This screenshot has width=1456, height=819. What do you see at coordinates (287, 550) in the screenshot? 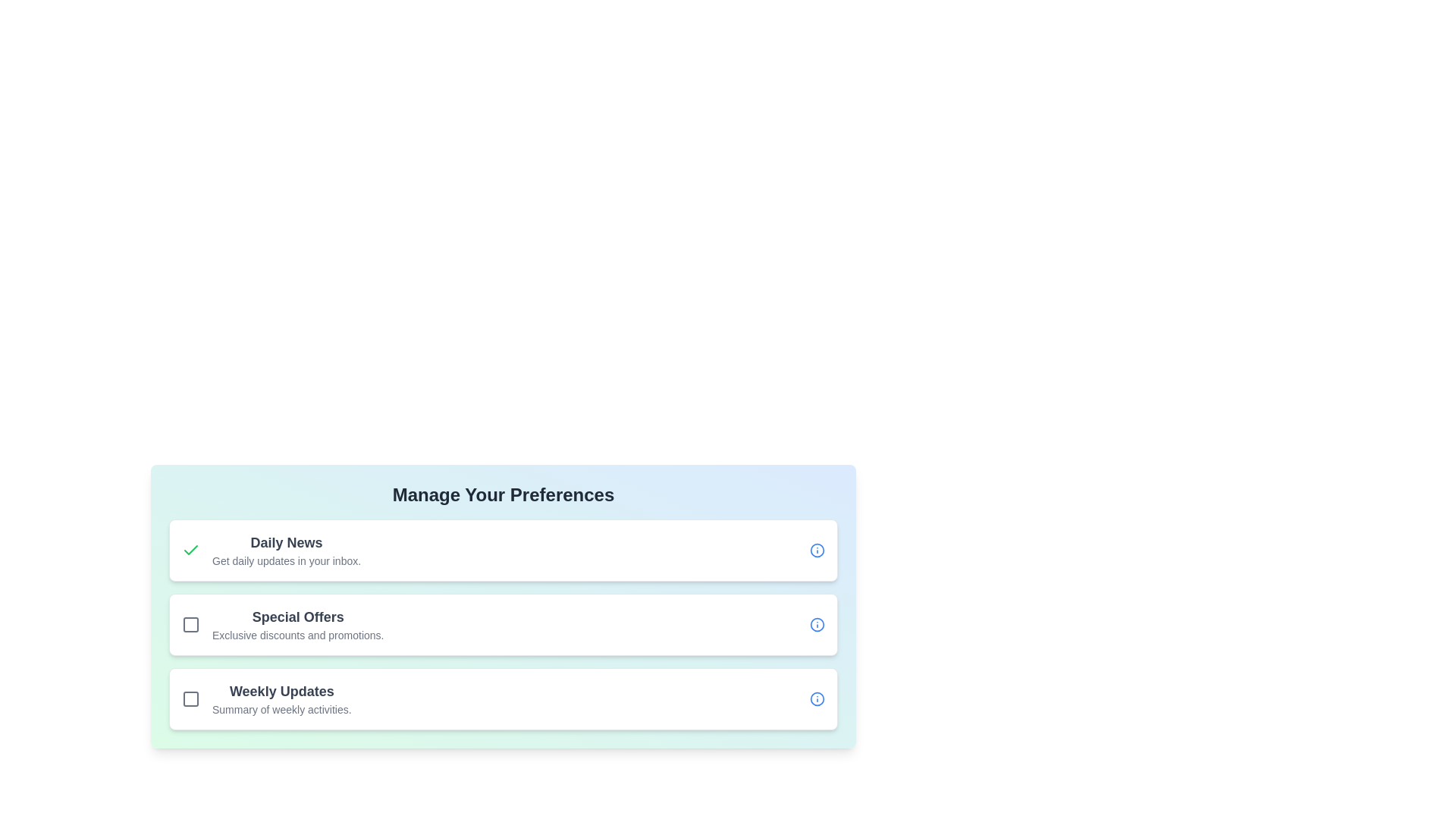
I see `descriptive text block for the 'Daily News' subscription option, which is the first element in a three-option list view` at bounding box center [287, 550].